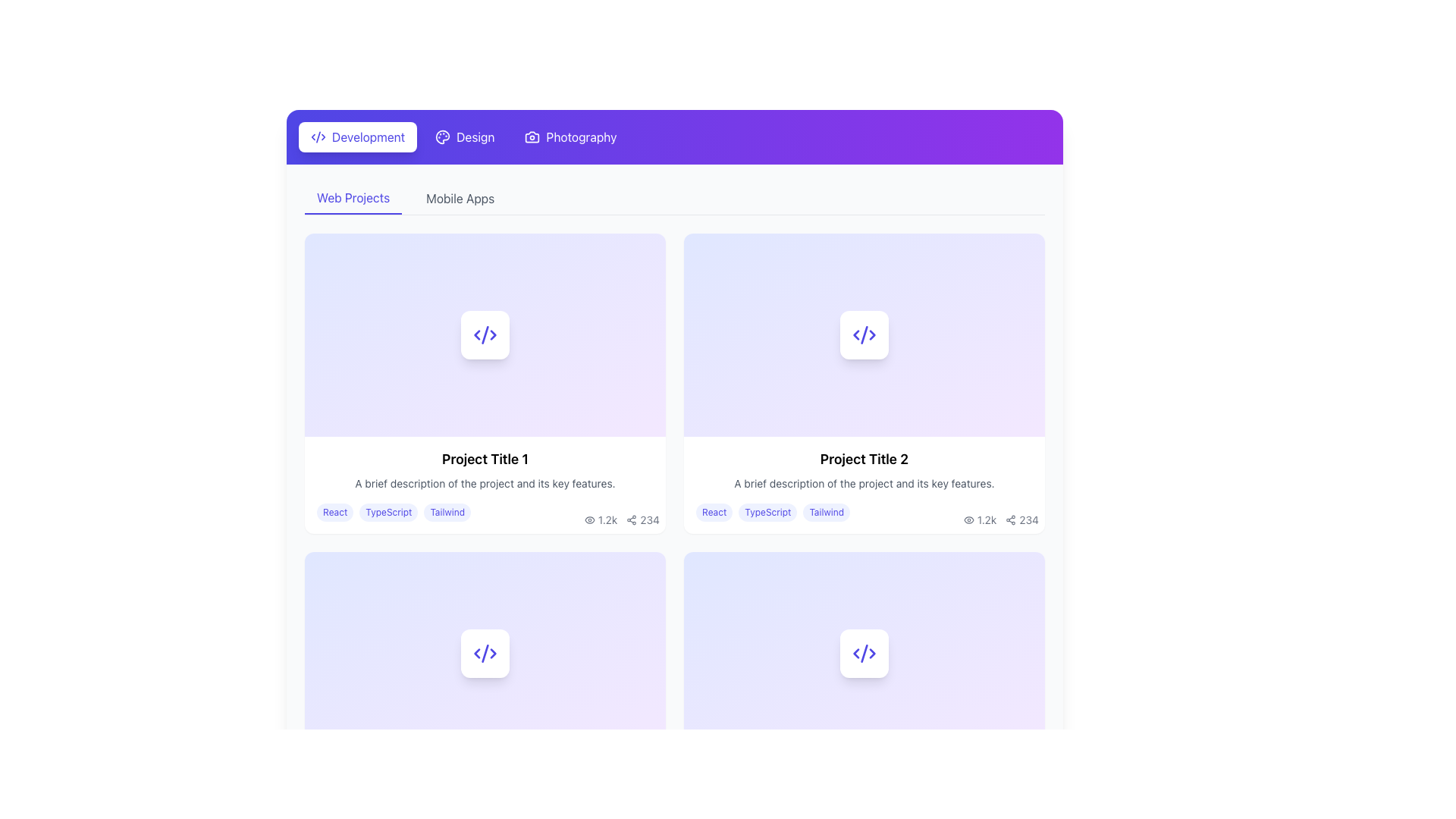  Describe the element at coordinates (1026, 570) in the screenshot. I see `the 'like' button located at the bottom-right corner of the card for 'Project Title 2'` at that location.